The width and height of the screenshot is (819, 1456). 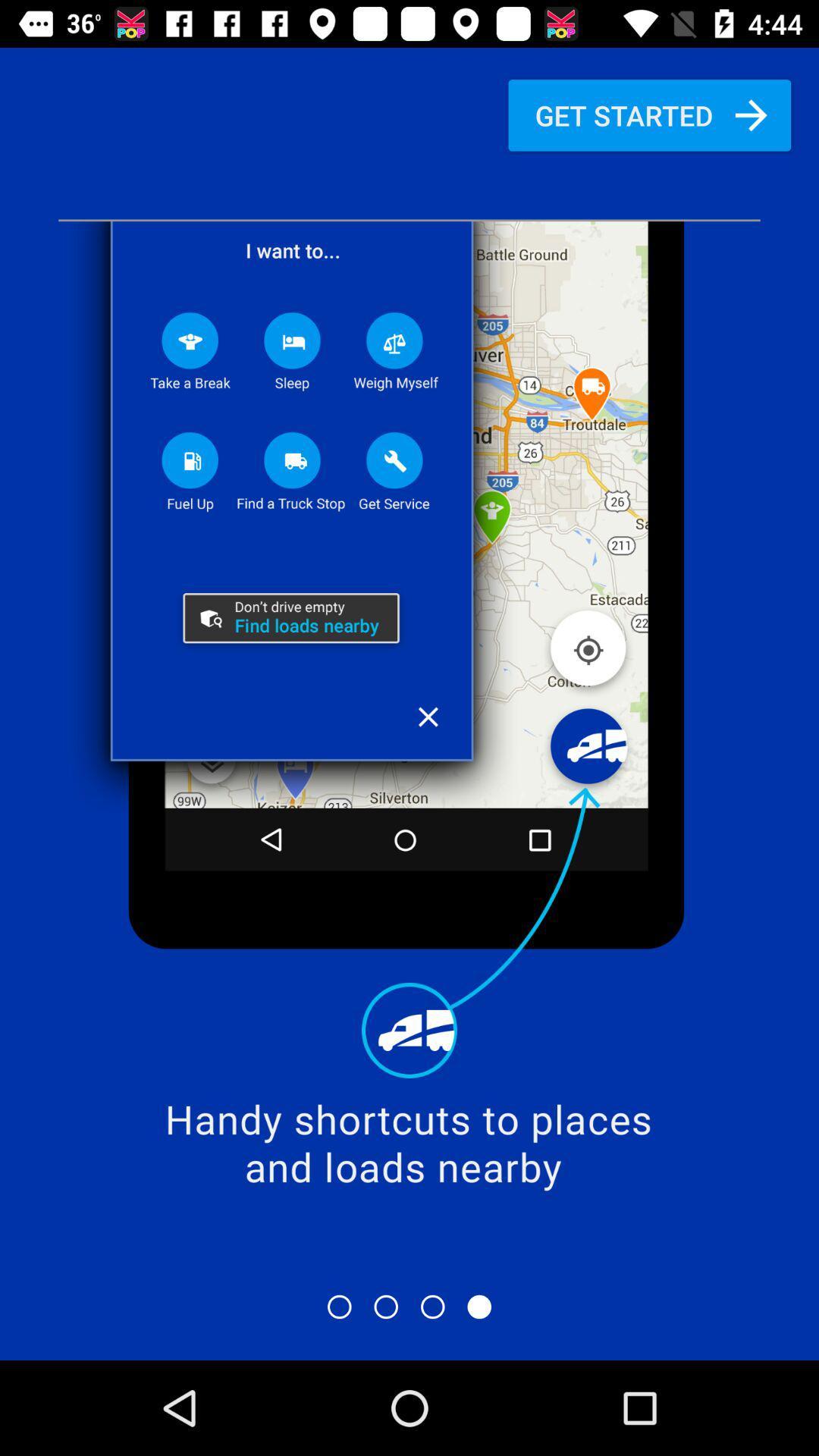 I want to click on the get started icon, so click(x=648, y=115).